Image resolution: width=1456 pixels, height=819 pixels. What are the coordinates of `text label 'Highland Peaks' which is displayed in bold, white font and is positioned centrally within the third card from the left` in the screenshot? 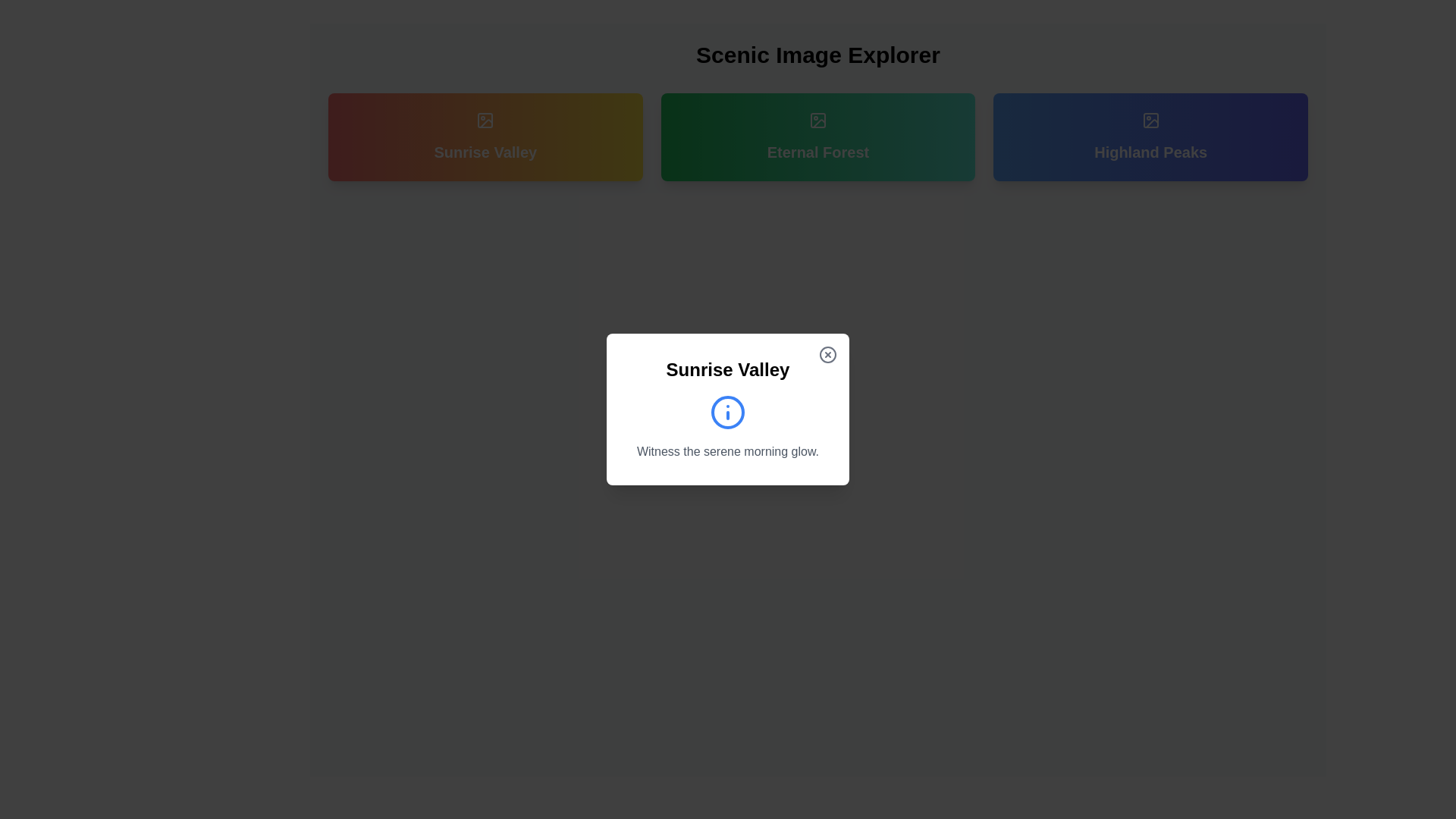 It's located at (1150, 152).